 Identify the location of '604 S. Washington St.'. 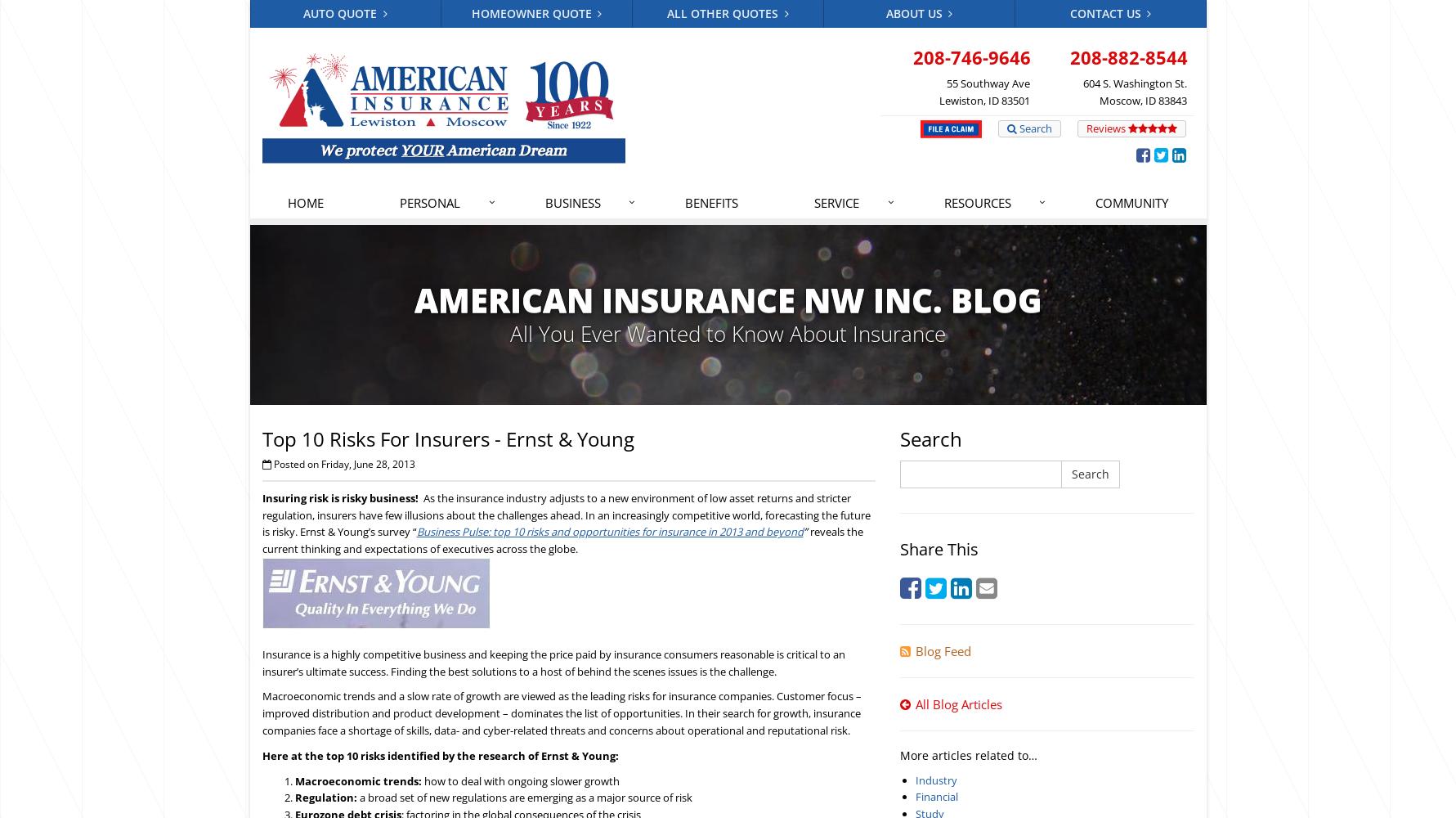
(1133, 83).